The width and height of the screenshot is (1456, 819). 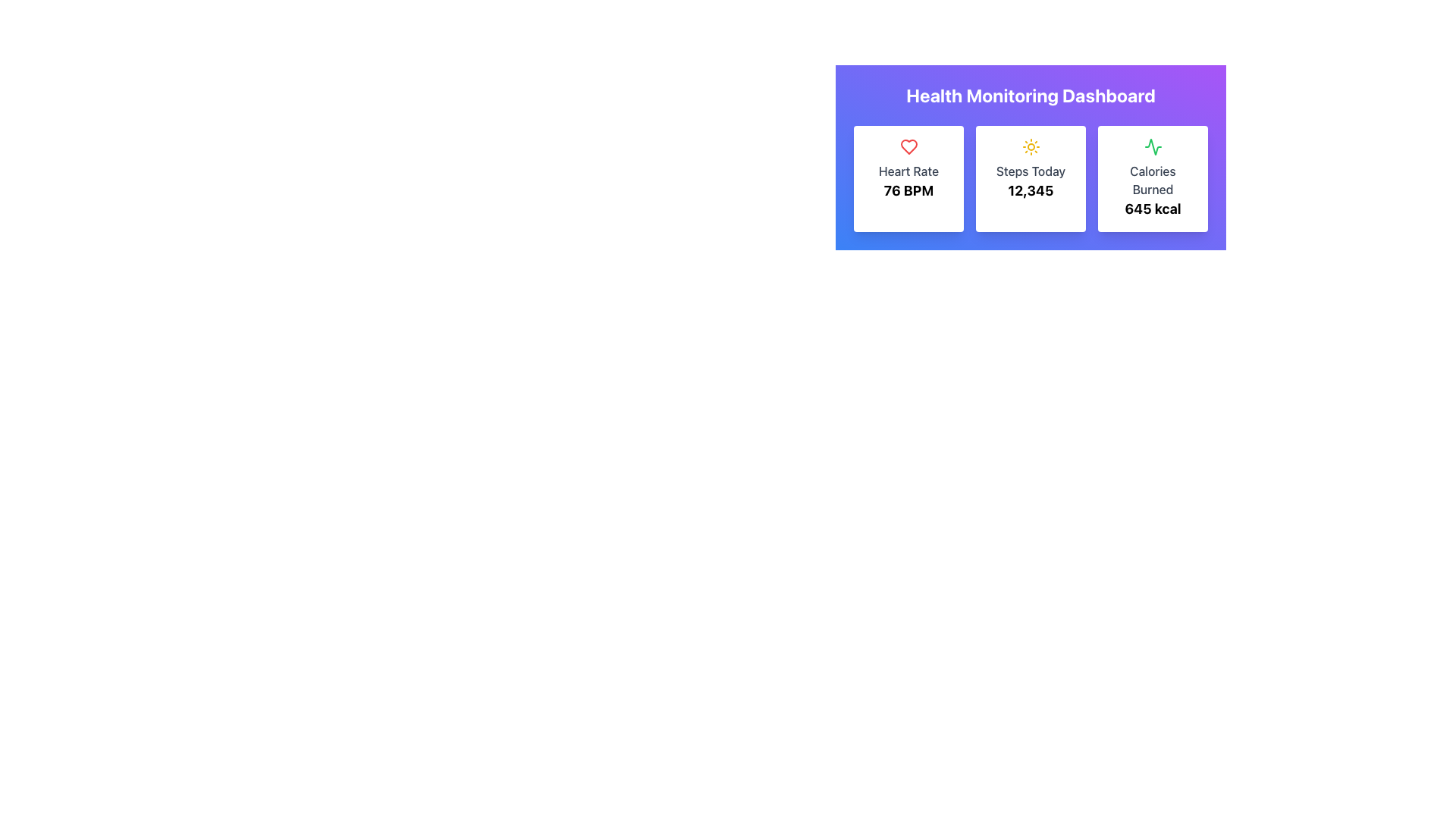 What do you see at coordinates (908, 177) in the screenshot?
I see `the Information card displaying the user's heart rate in BPM` at bounding box center [908, 177].